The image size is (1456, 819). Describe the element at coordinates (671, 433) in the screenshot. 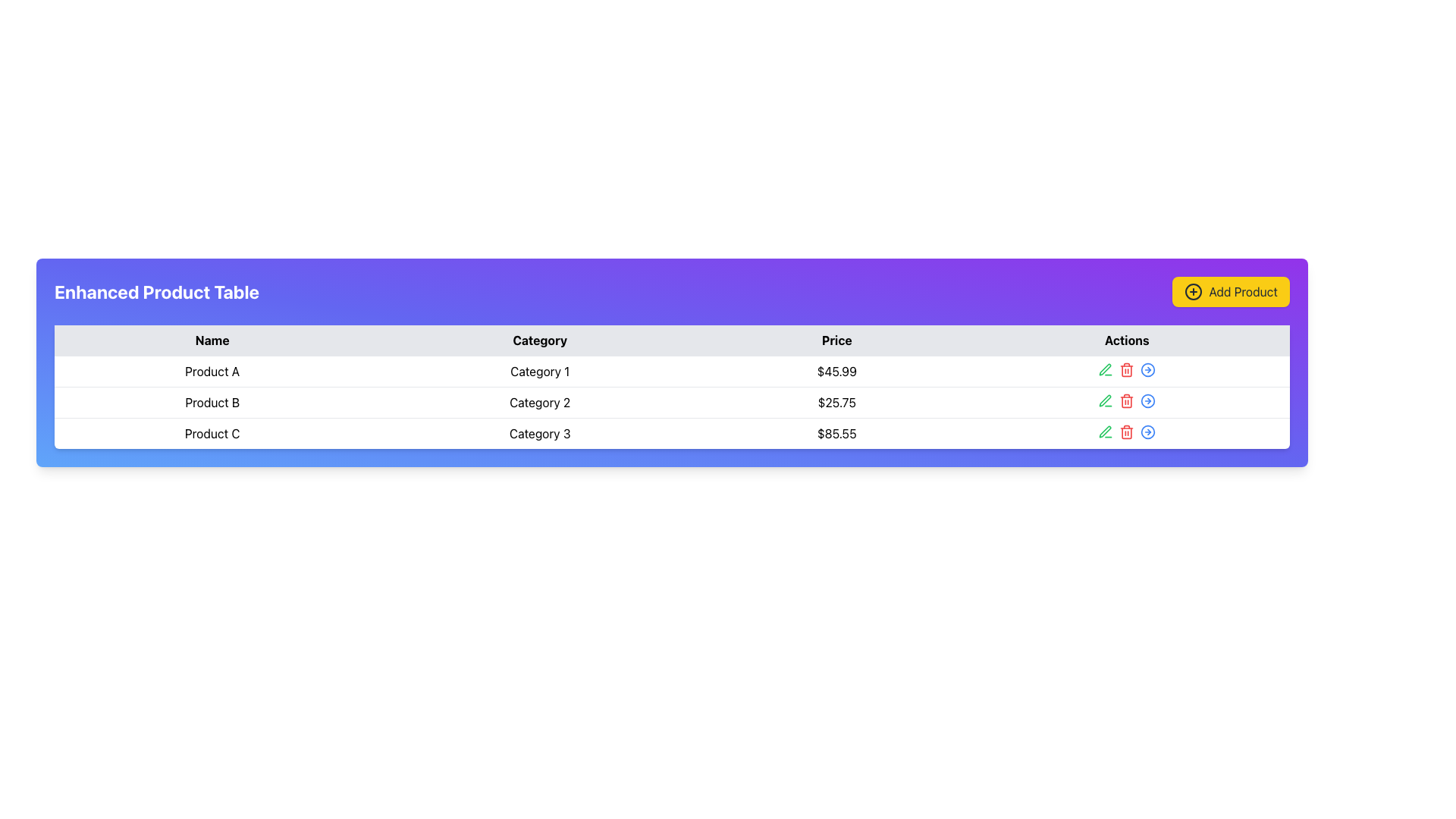

I see `the third row in the 'Enhanced Product Table' that displays information about 'Product C', including its category and price` at that location.